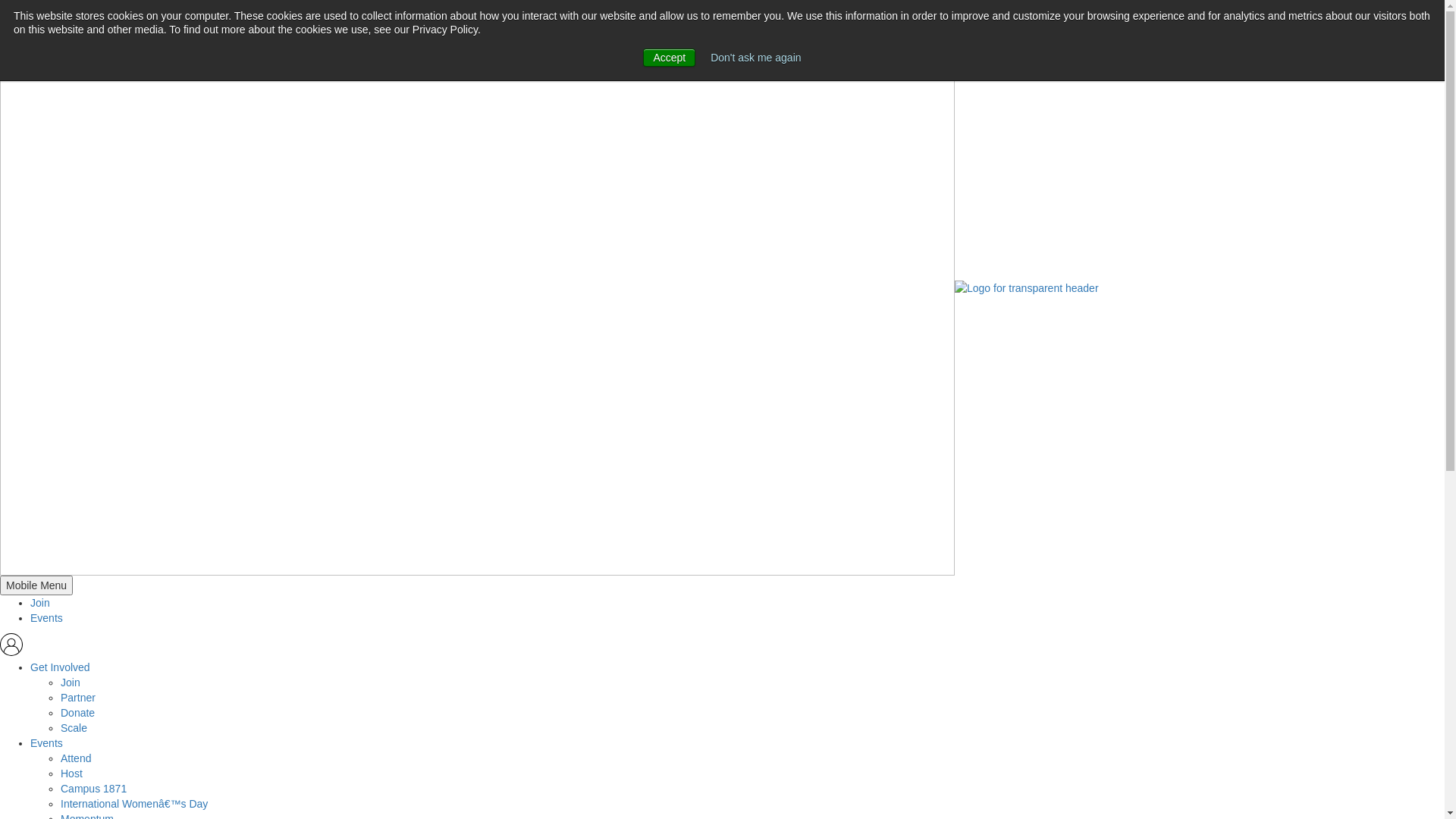 The image size is (1456, 819). Describe the element at coordinates (46, 617) in the screenshot. I see `'Events'` at that location.